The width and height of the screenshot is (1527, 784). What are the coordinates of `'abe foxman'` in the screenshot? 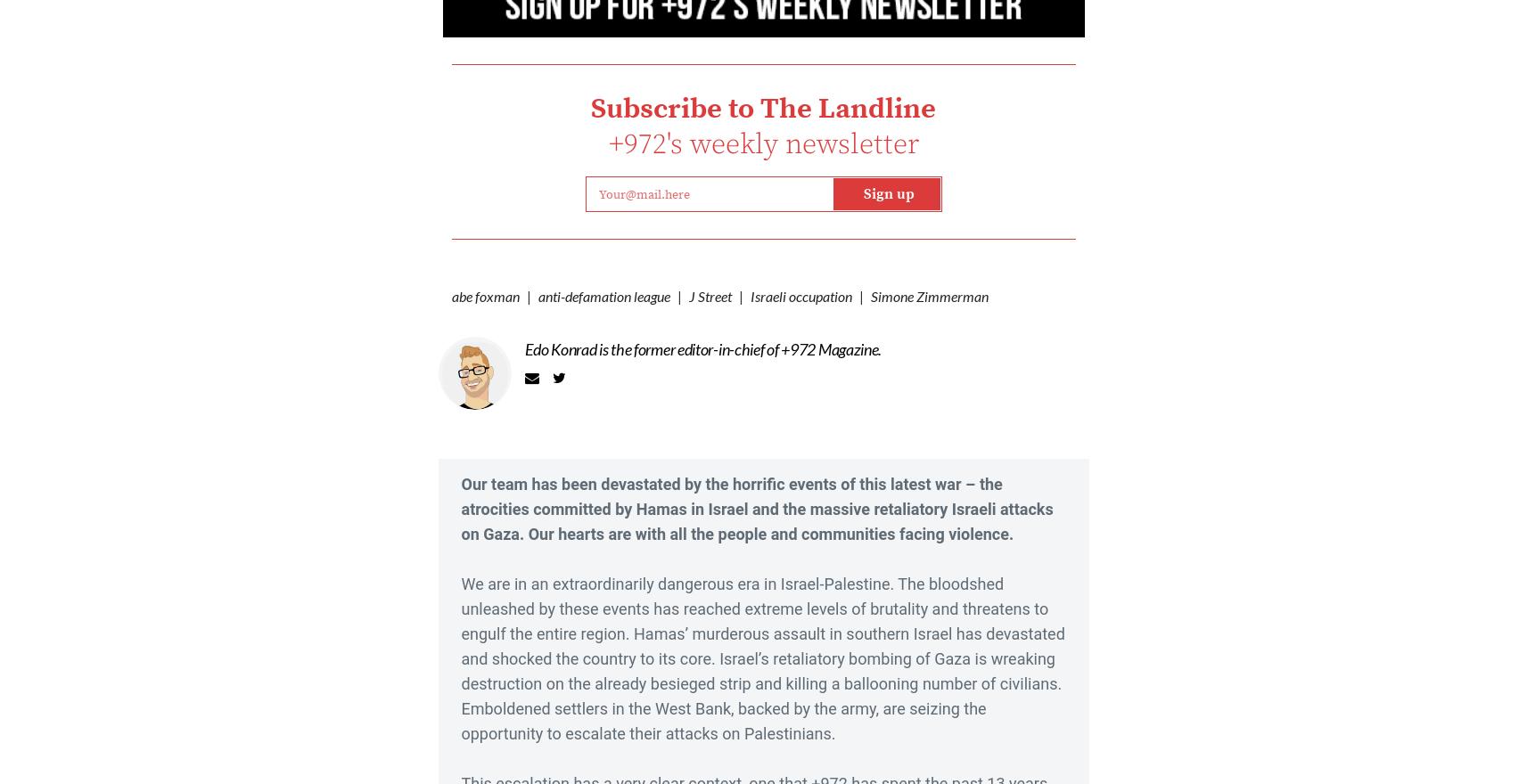 It's located at (485, 295).